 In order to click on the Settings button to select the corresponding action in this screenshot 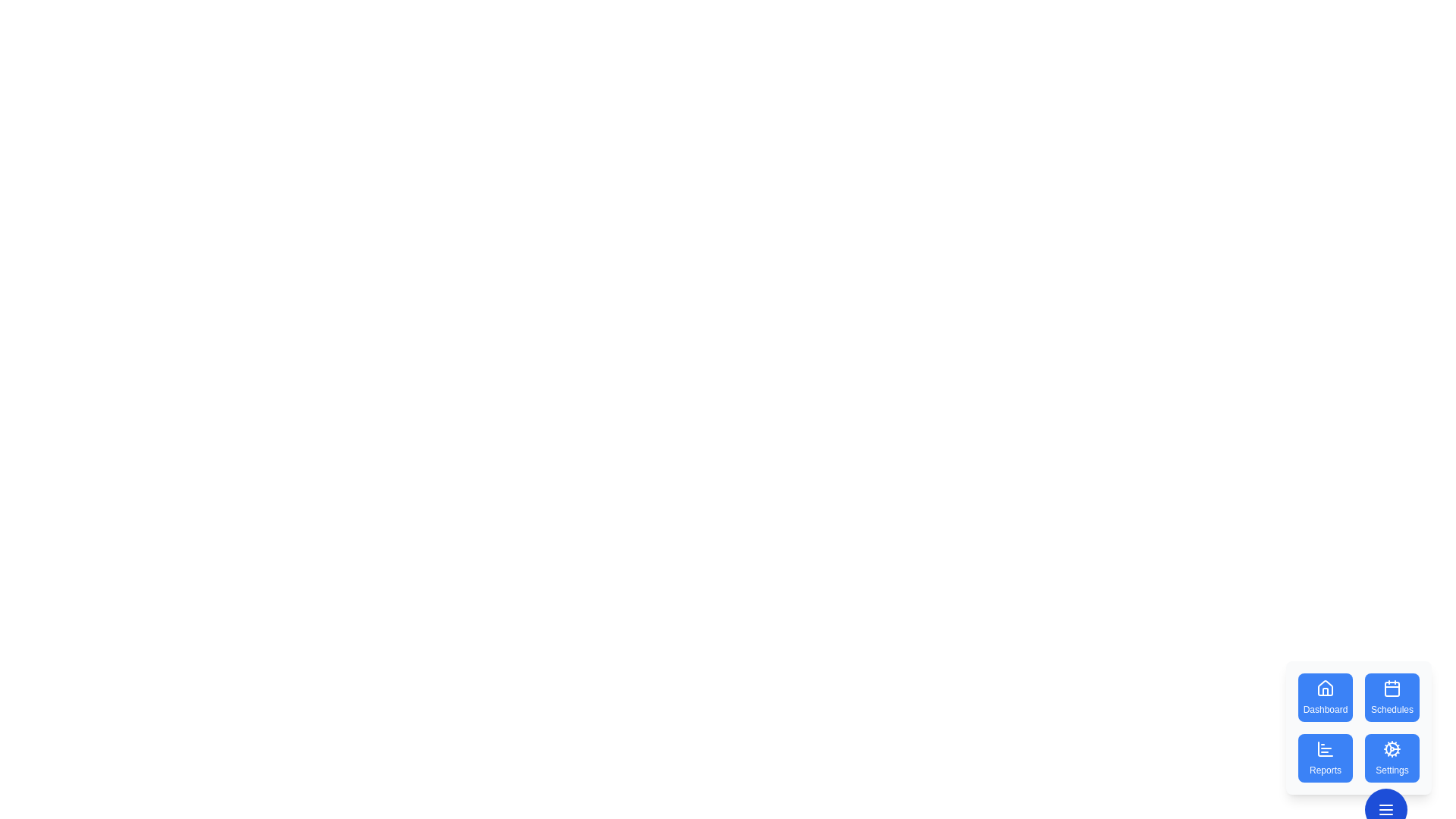, I will do `click(1392, 758)`.